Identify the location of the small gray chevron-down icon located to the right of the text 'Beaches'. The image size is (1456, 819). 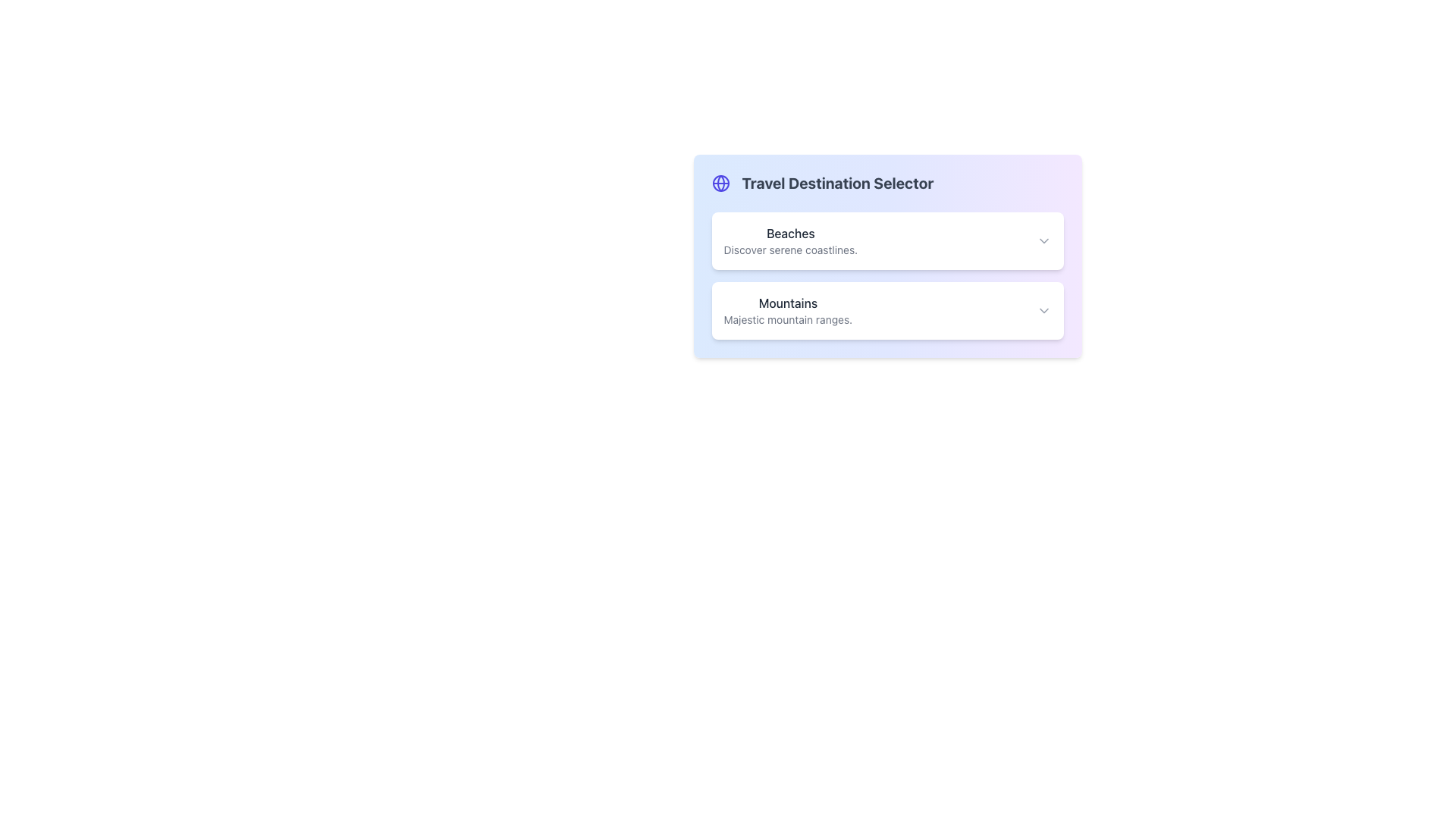
(1043, 240).